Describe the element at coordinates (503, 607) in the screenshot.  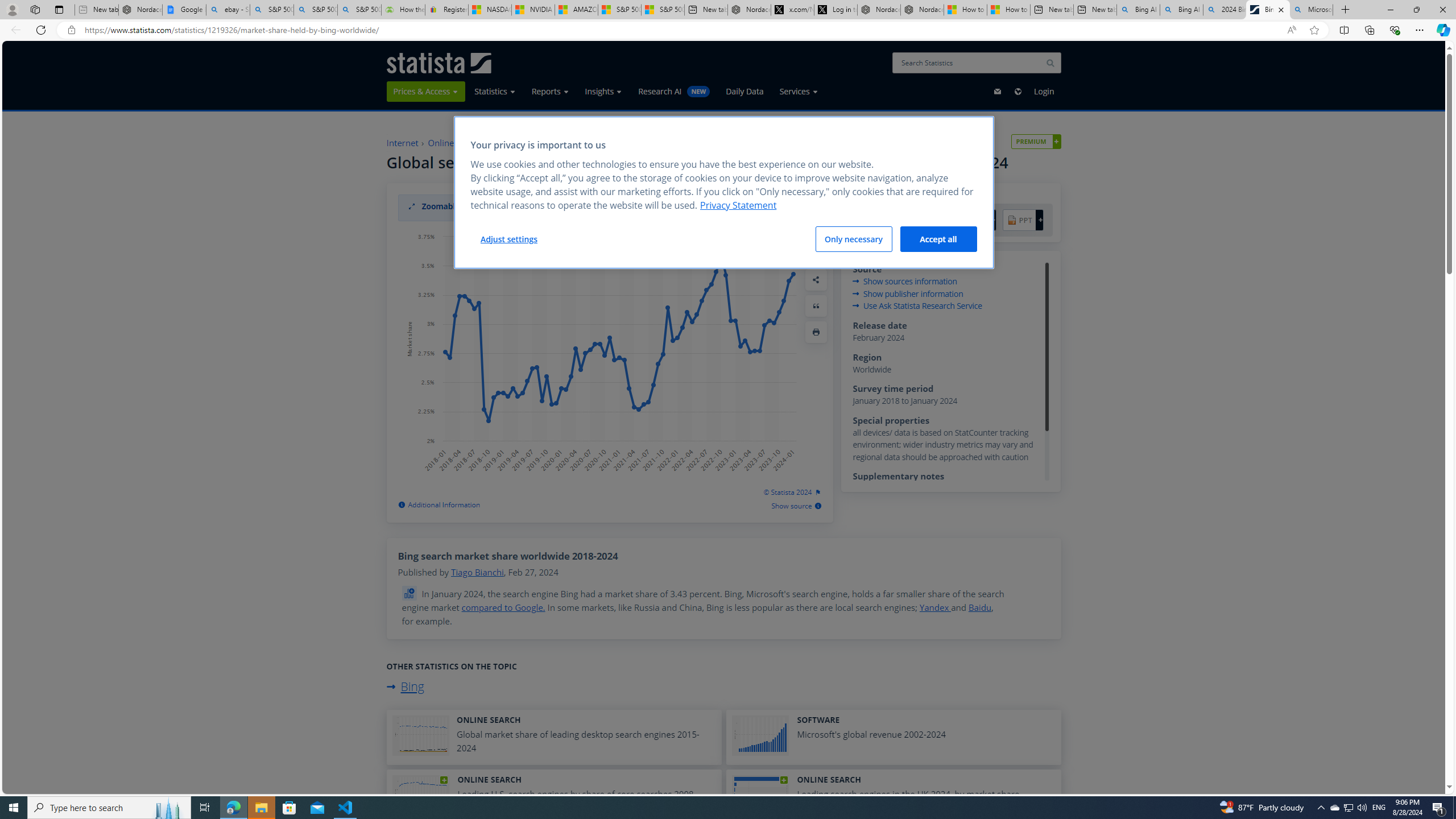
I see `'compared to Google.'` at that location.